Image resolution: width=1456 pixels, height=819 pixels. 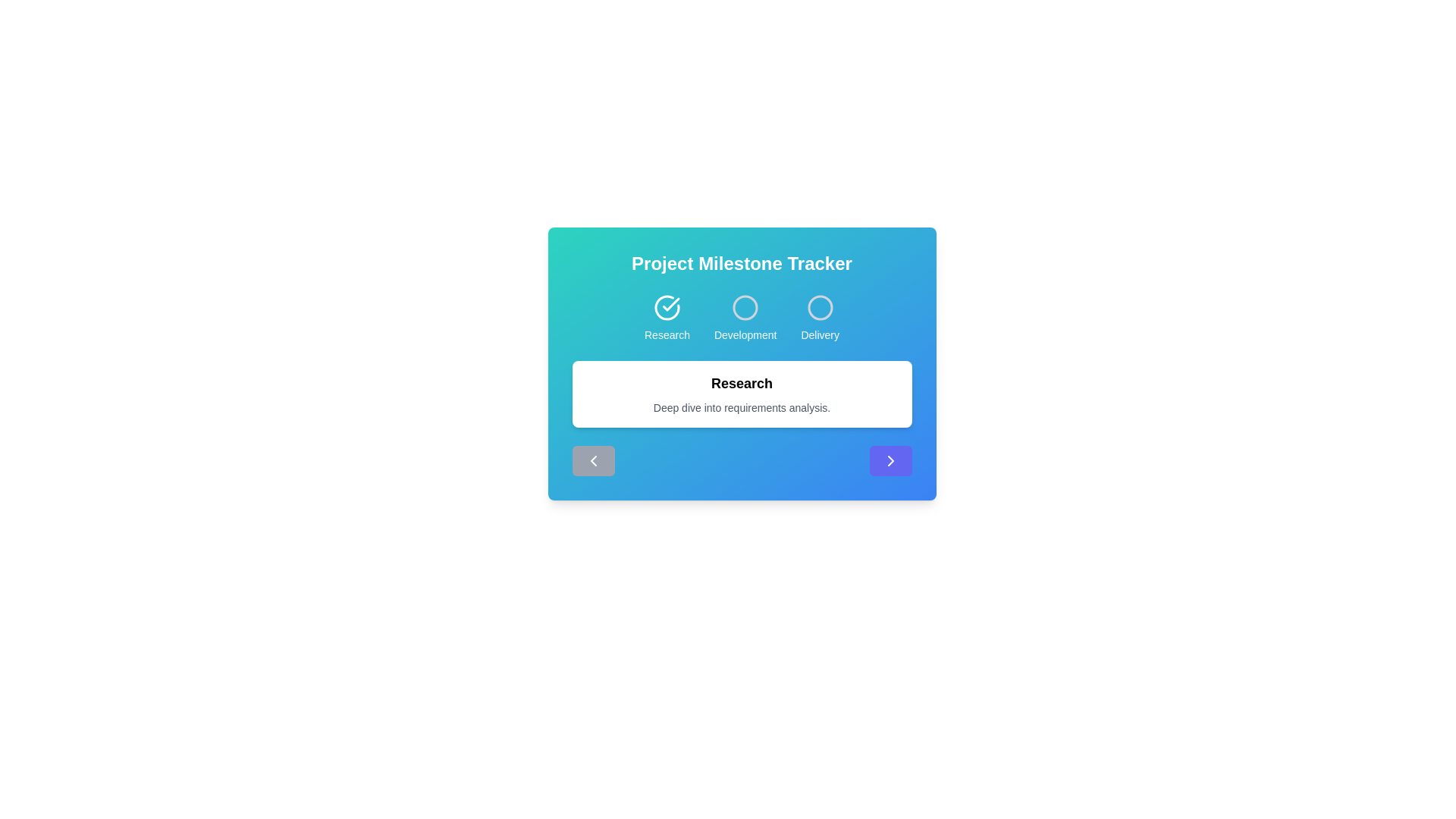 What do you see at coordinates (745, 307) in the screenshot?
I see `the inner circle of the 'Development' icon in the milestone tracker system, which is the second icon in a row of three under the 'Project Milestone Tracker' heading` at bounding box center [745, 307].